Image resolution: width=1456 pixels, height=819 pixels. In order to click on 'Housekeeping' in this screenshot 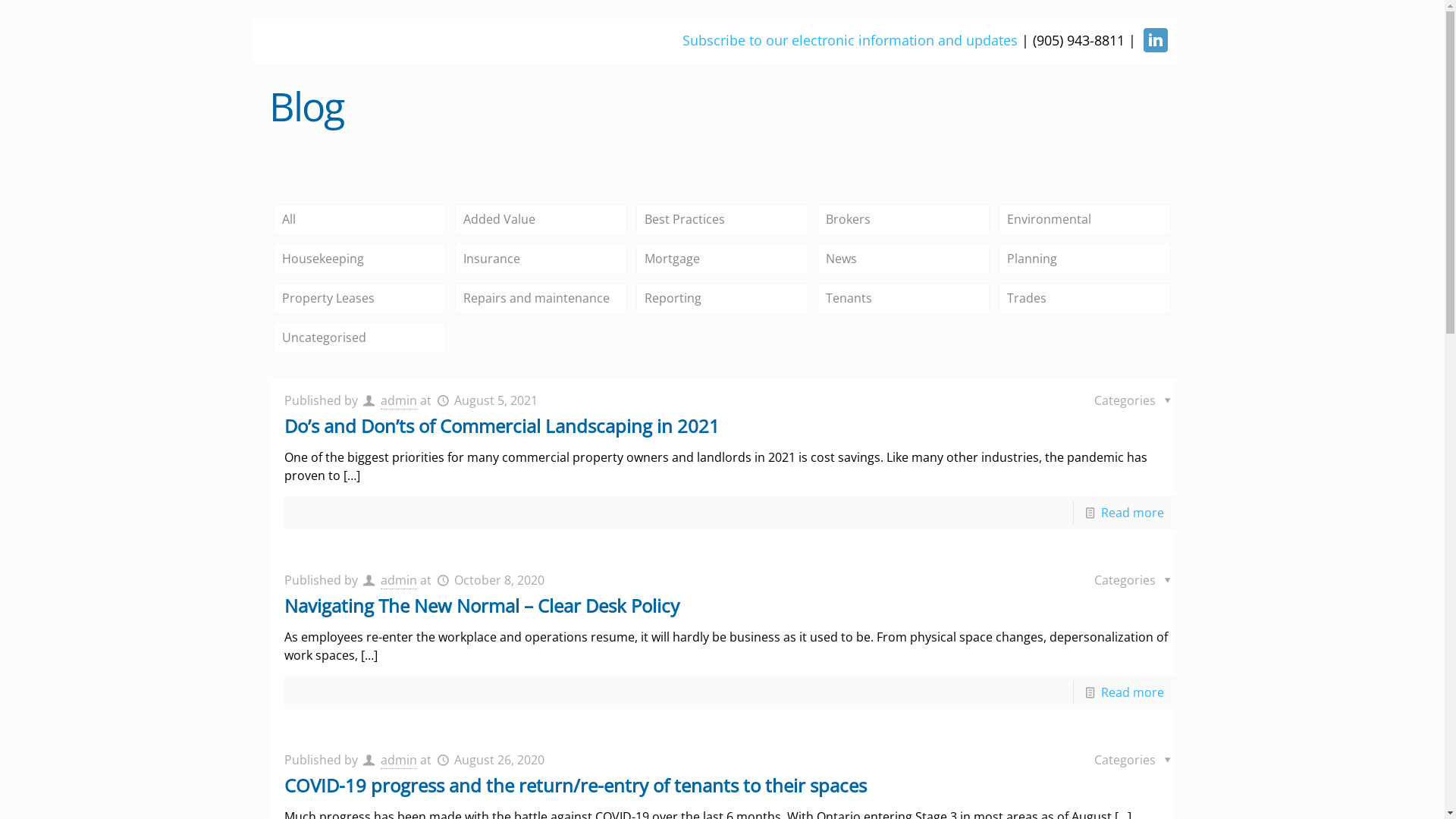, I will do `click(273, 257)`.